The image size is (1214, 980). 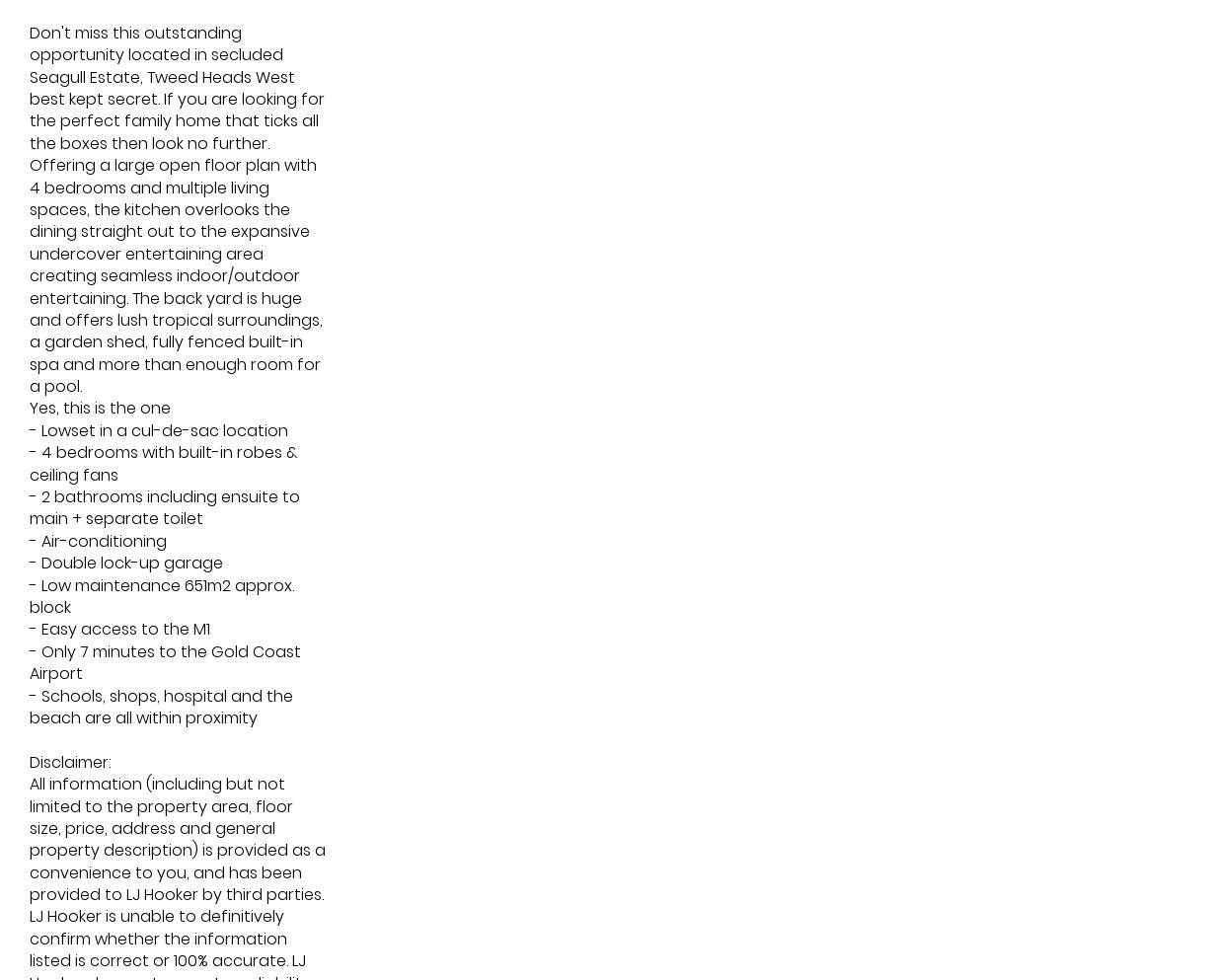 I want to click on '4', so click(x=736, y=513).